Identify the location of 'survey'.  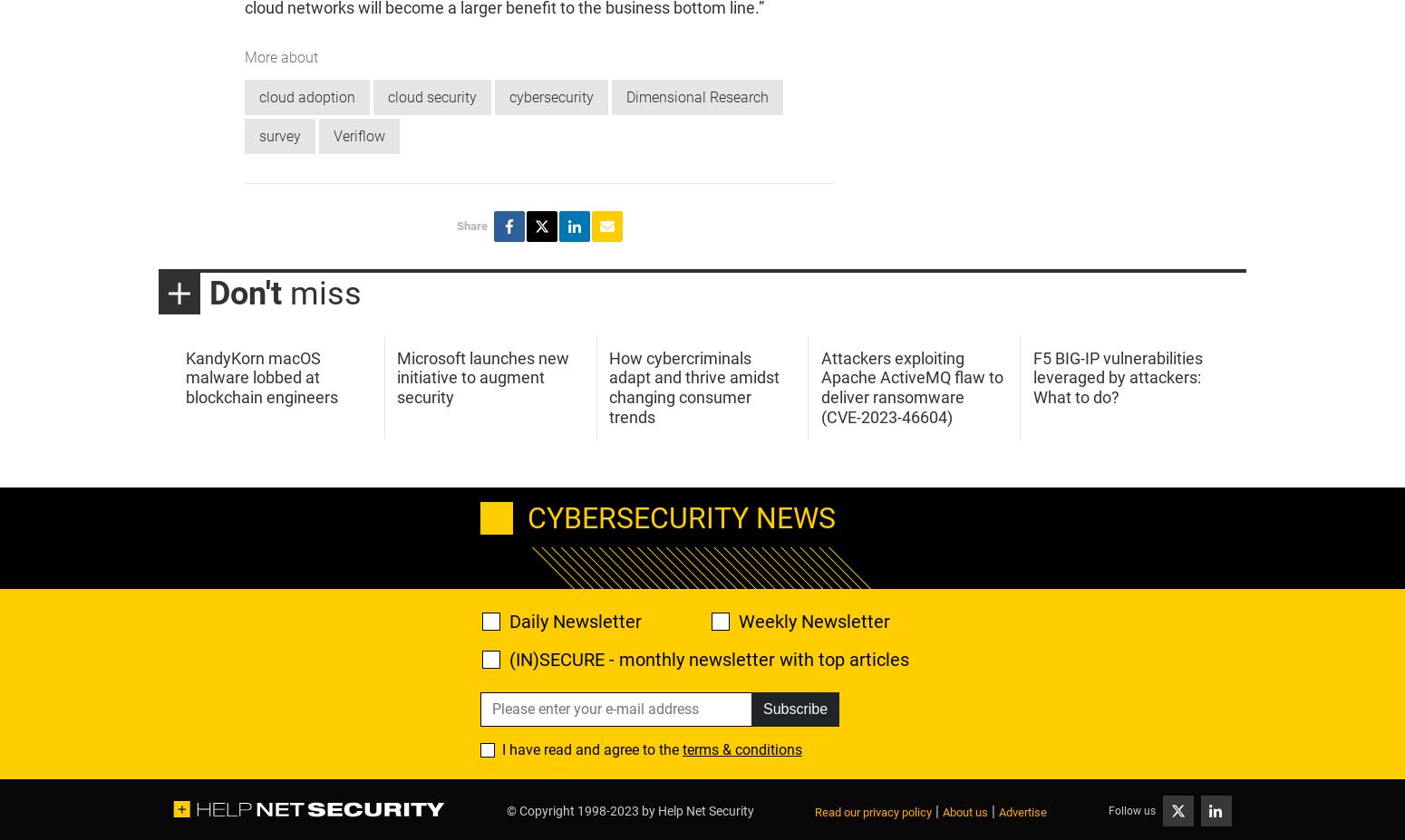
(280, 135).